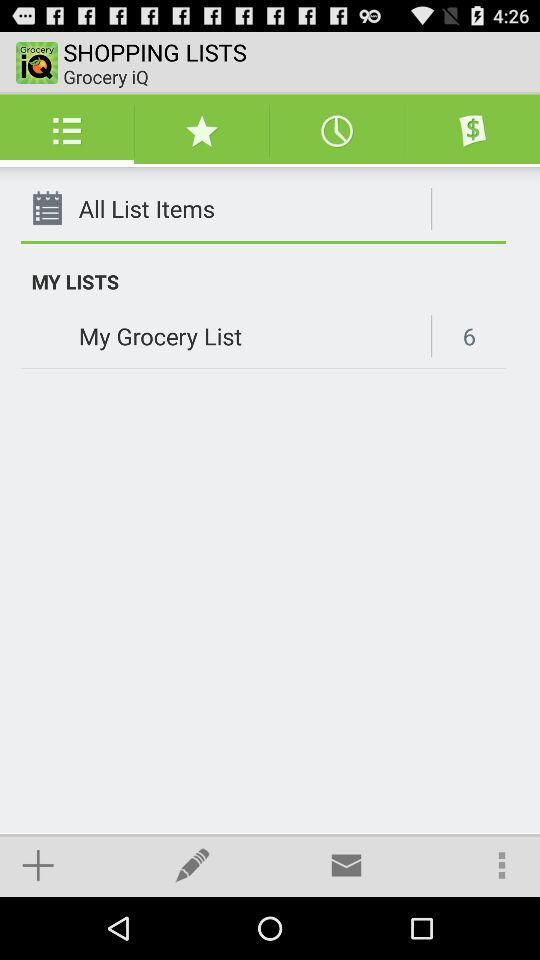 This screenshot has width=540, height=960. I want to click on item below 6 item, so click(500, 864).